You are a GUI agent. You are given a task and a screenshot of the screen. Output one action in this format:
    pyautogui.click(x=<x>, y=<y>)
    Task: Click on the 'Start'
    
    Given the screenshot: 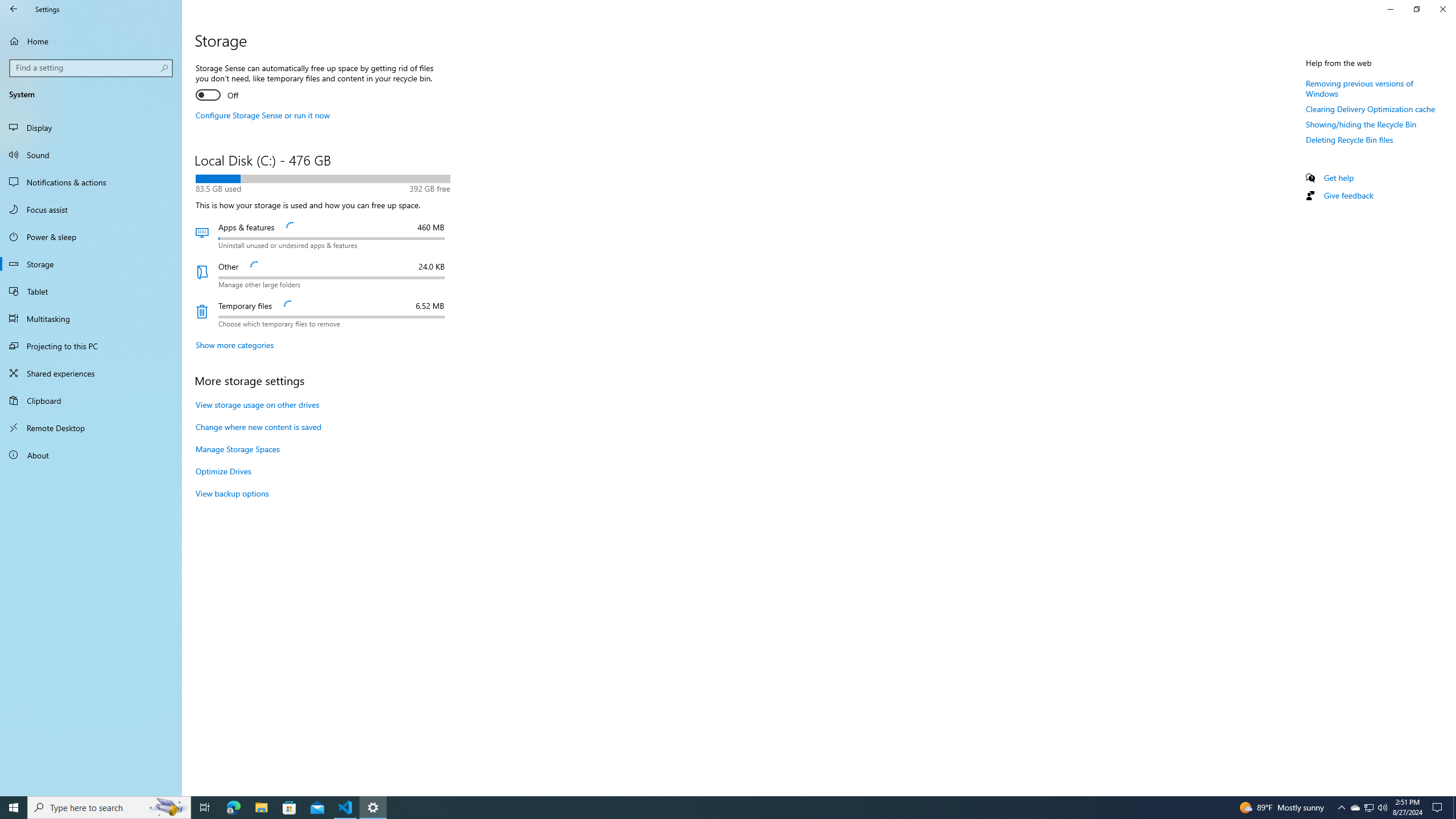 What is the action you would take?
    pyautogui.click(x=14, y=806)
    